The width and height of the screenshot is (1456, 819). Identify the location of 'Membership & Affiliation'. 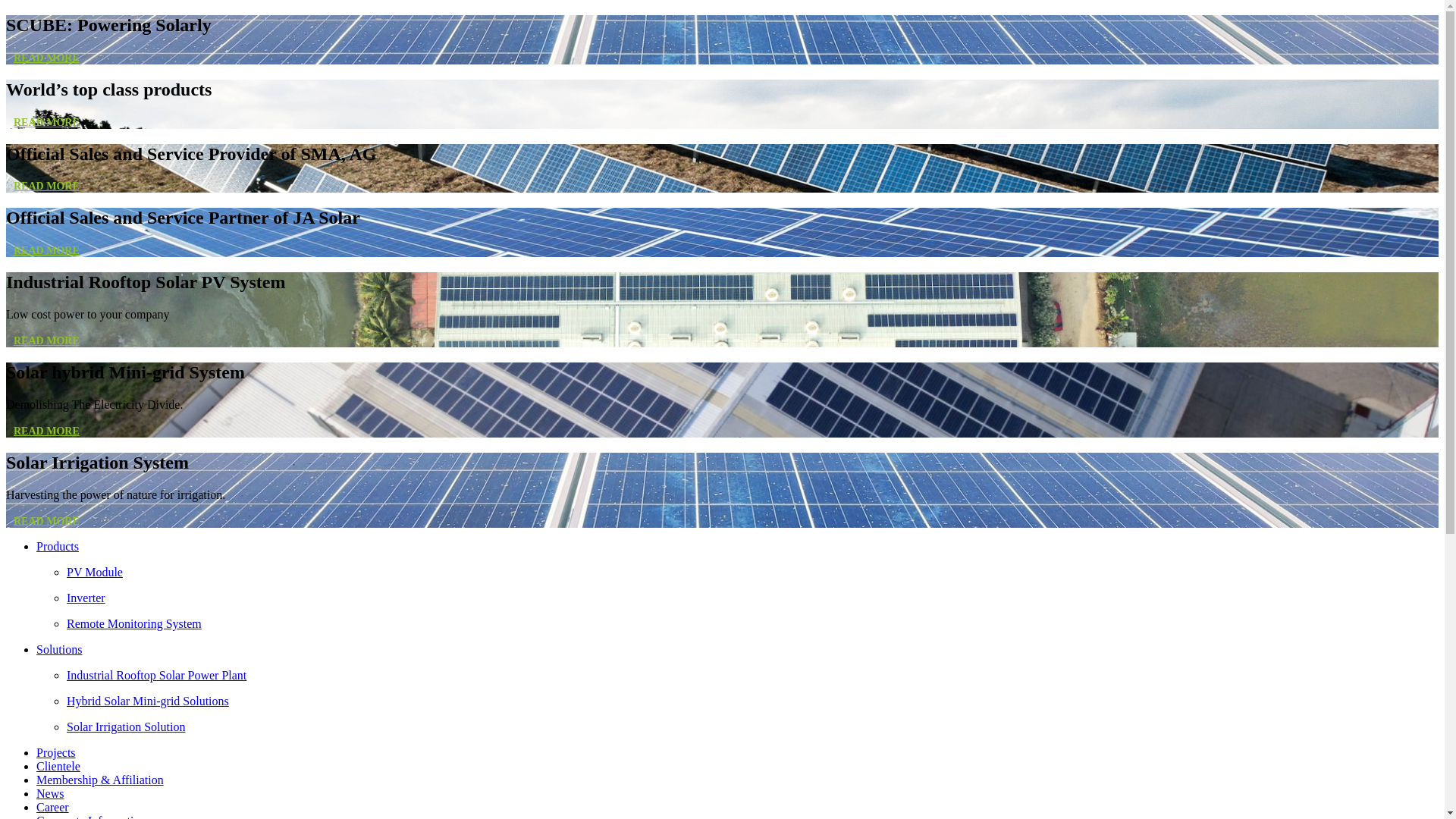
(99, 780).